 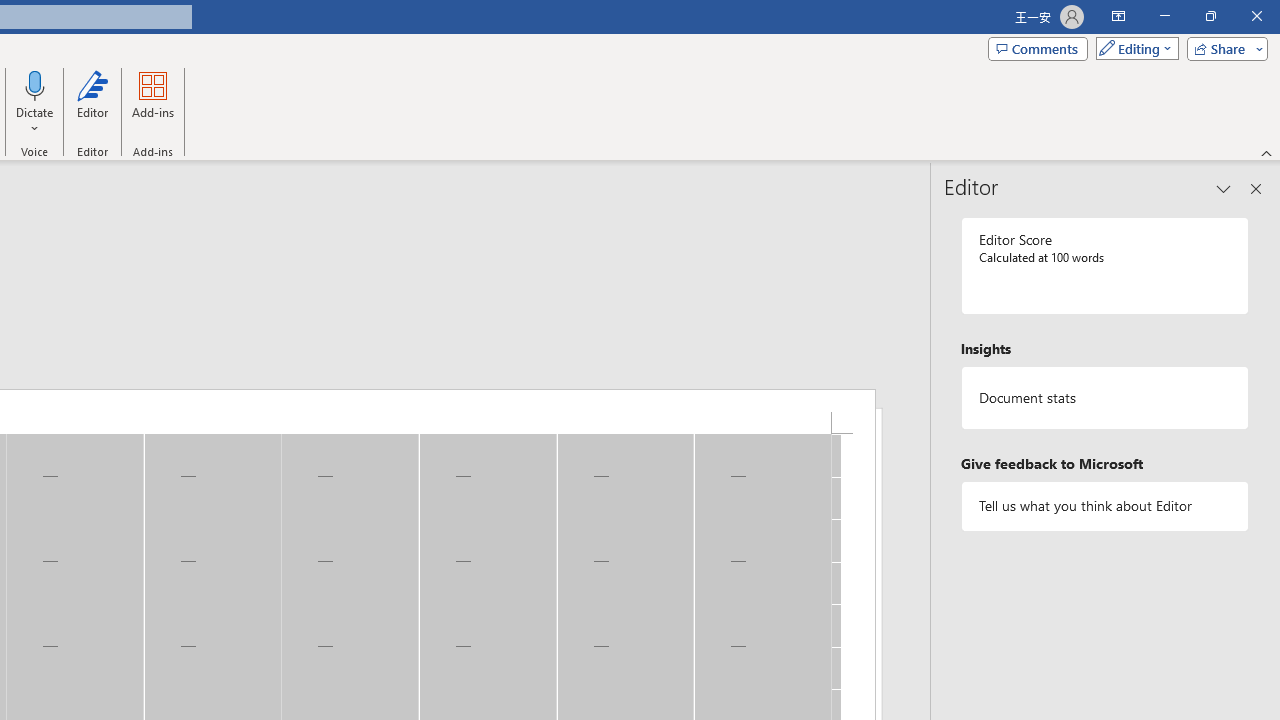 What do you see at coordinates (1255, 16) in the screenshot?
I see `'Close'` at bounding box center [1255, 16].